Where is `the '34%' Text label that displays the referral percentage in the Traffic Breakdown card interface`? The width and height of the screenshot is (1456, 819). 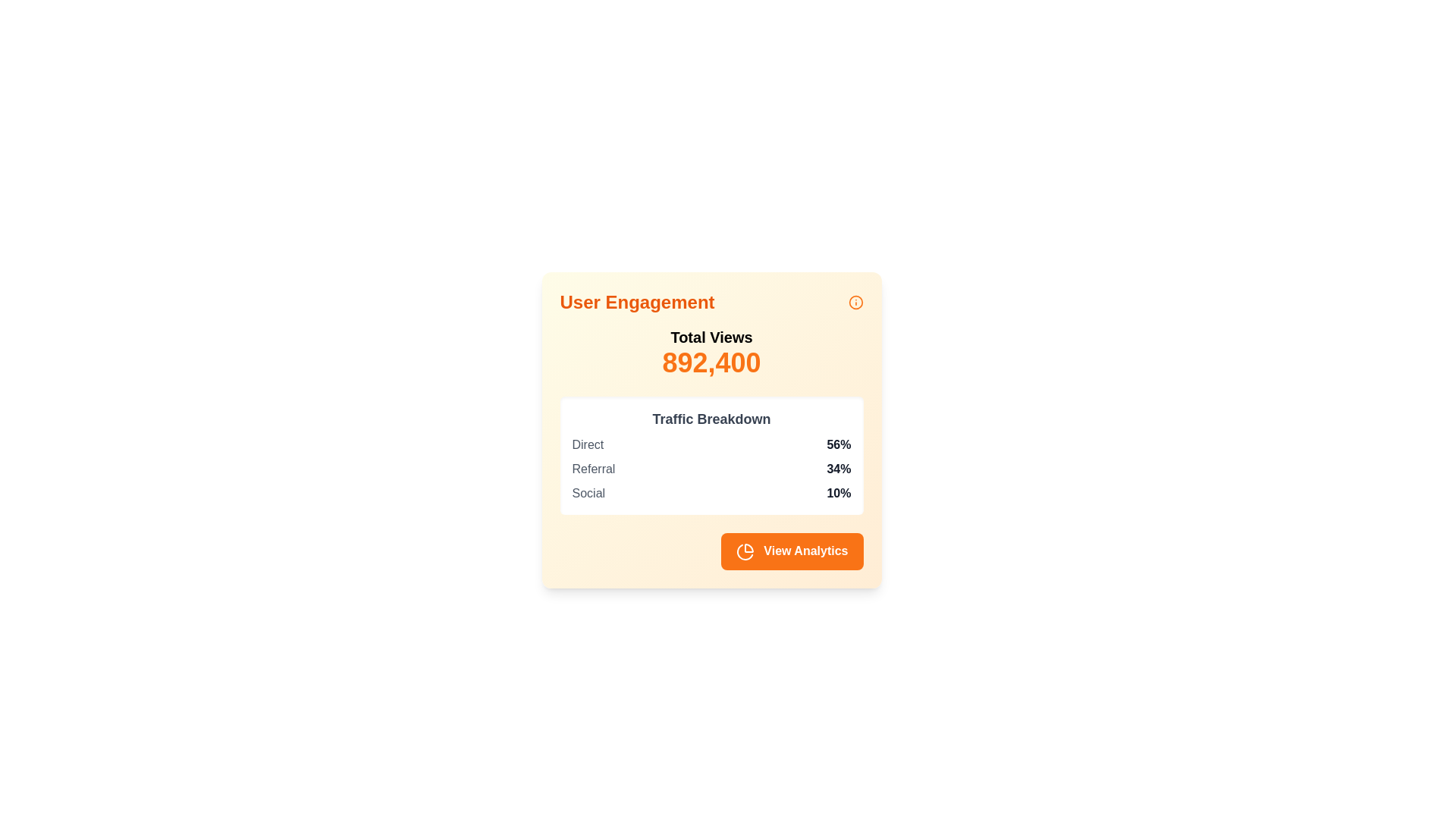
the '34%' Text label that displays the referral percentage in the Traffic Breakdown card interface is located at coordinates (838, 468).